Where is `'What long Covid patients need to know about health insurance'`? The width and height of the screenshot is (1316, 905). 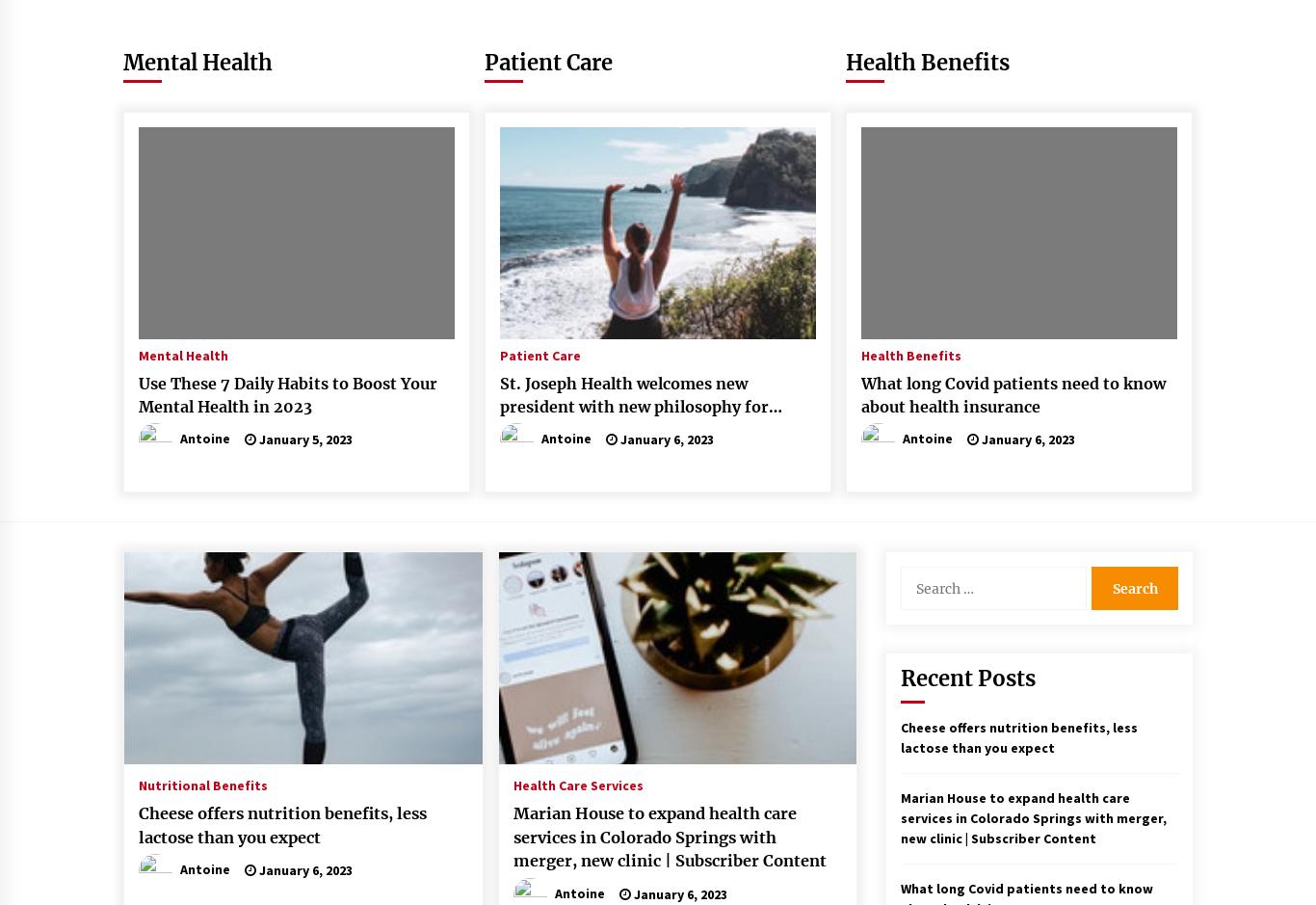
'What long Covid patients need to know about health insurance' is located at coordinates (1012, 393).